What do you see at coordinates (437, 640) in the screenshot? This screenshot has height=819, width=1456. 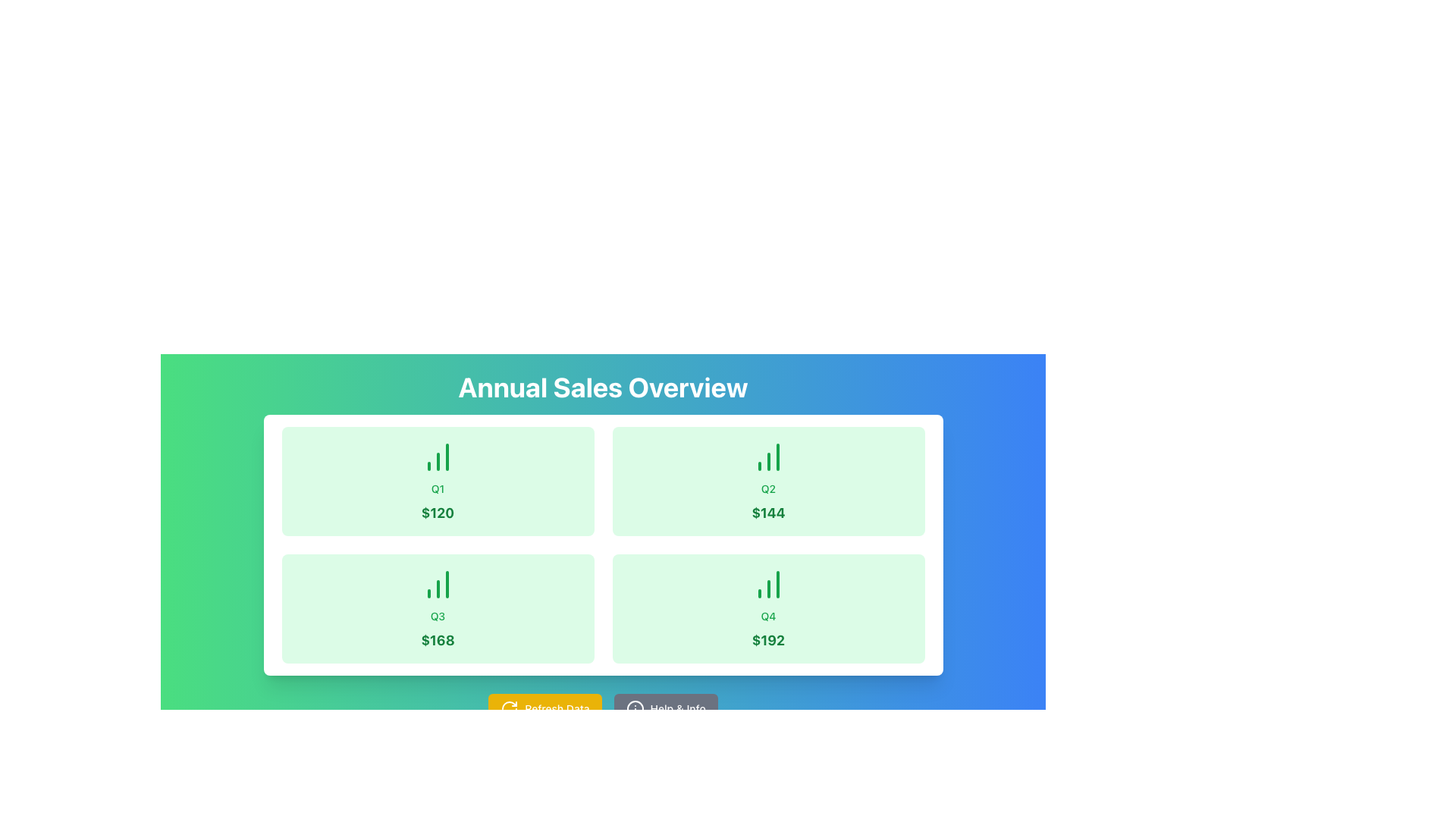 I see `value displayed on the text label showing '$168' in large, bold, green font located in the bottom-left quadrant of the grid layout` at bounding box center [437, 640].